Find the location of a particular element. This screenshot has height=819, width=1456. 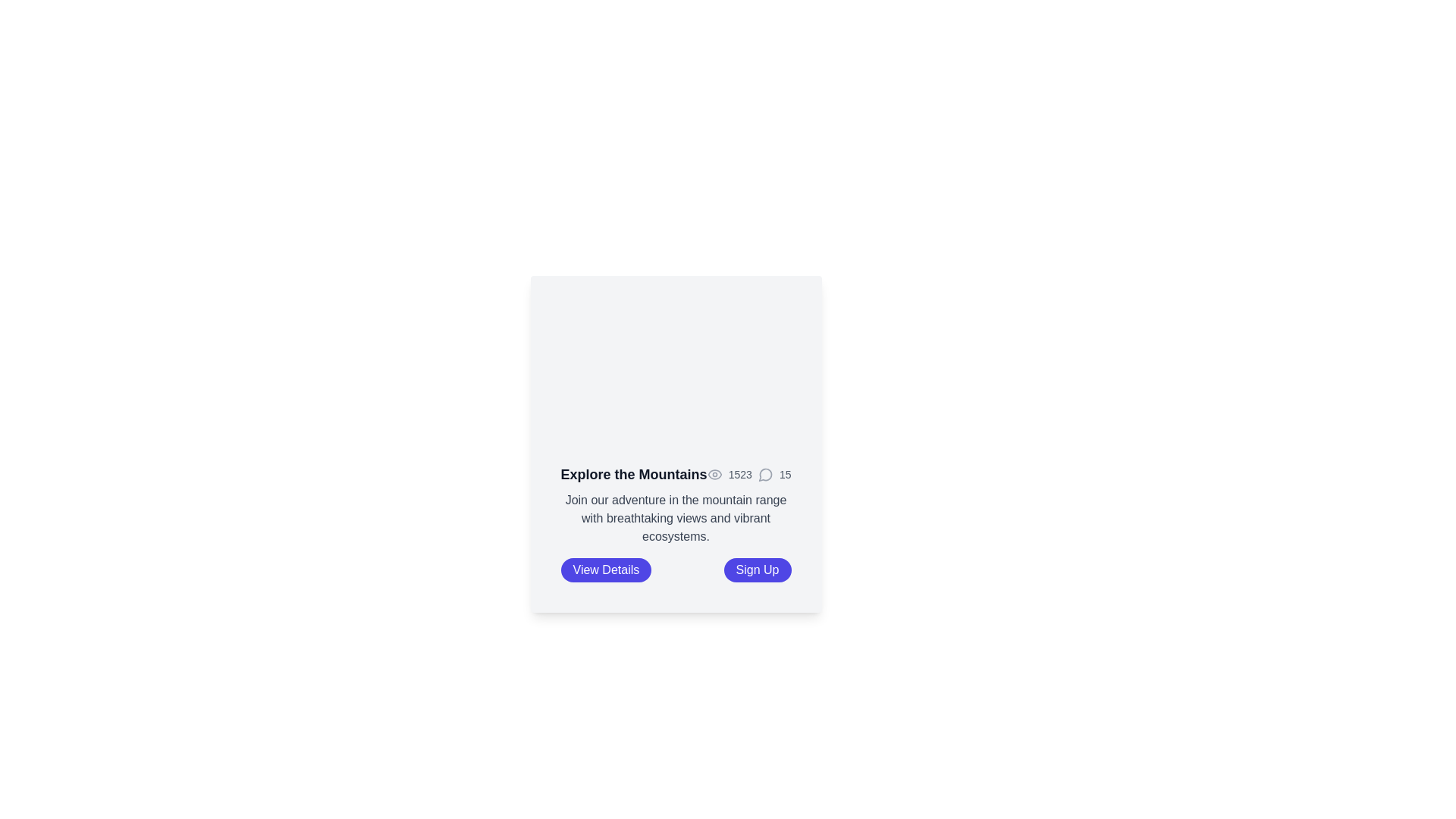

the eye icon, which is the first element in a horizontal group is located at coordinates (714, 473).